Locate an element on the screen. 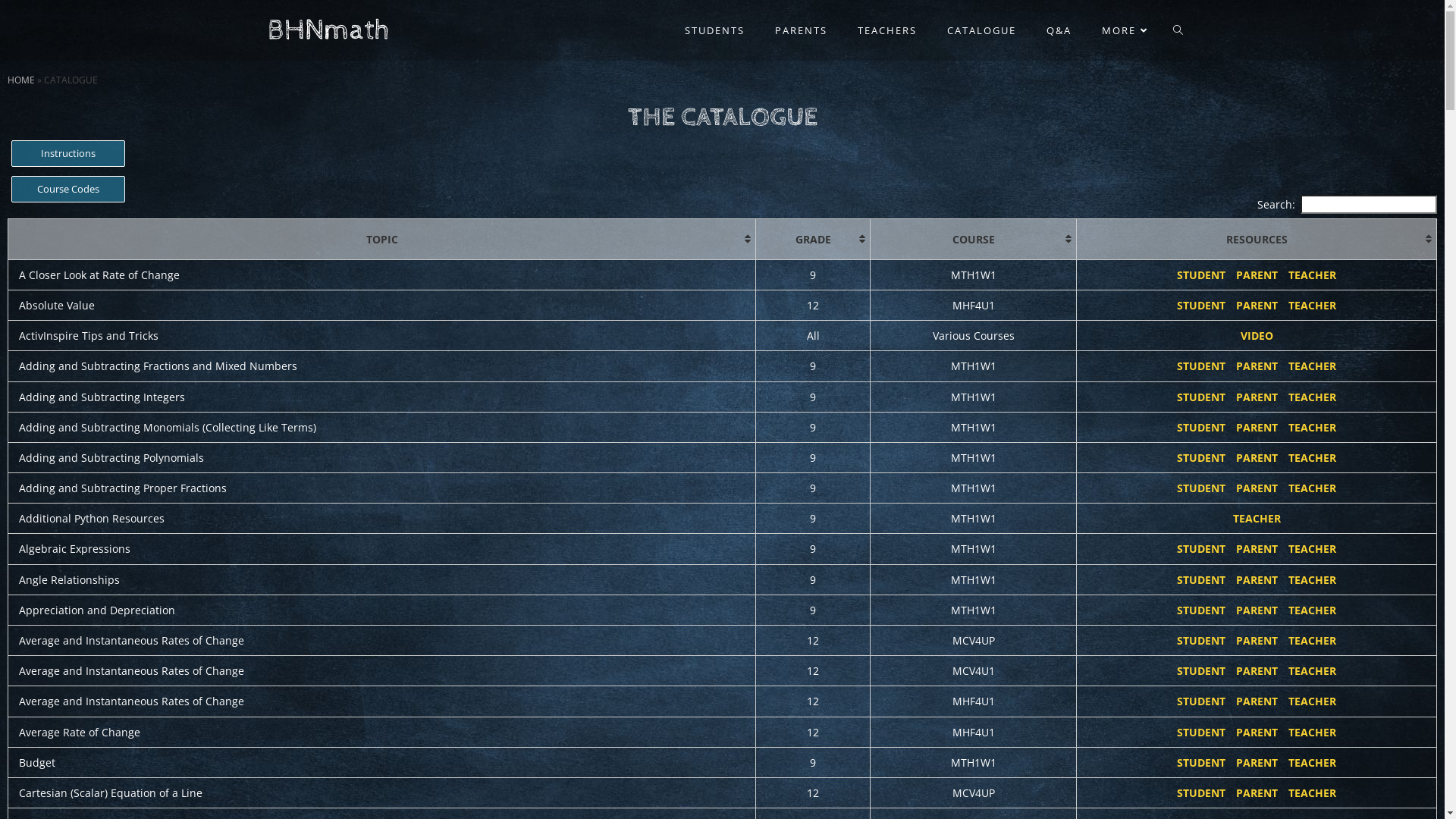 The height and width of the screenshot is (819, 1456). 'VIDEO' is located at coordinates (1257, 334).